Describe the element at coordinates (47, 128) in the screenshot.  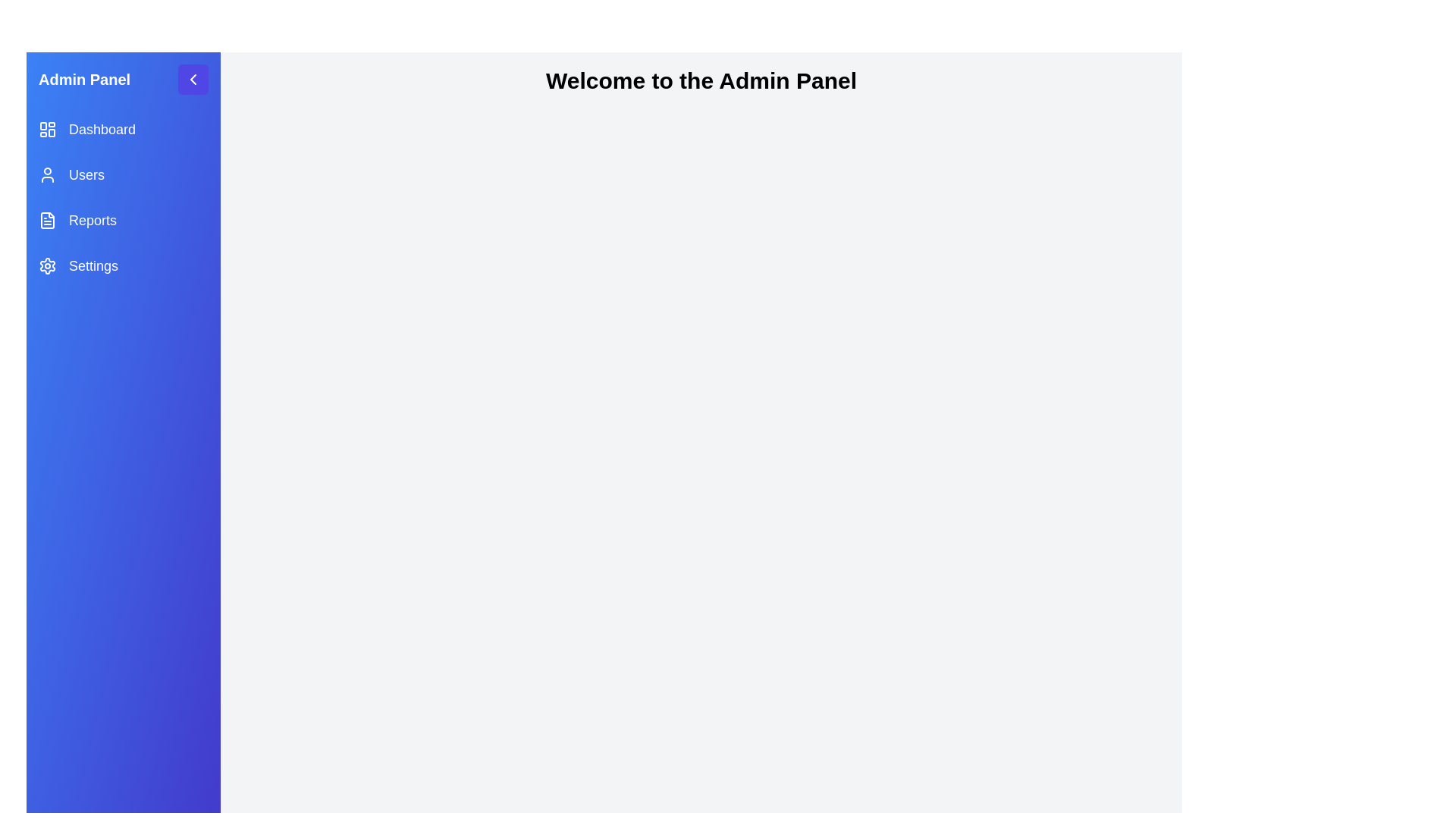
I see `the 'Dashboard' icon located at the top of the vertical navigation sidebar, which is directly to the left of the 'Dashboard' text label` at that location.